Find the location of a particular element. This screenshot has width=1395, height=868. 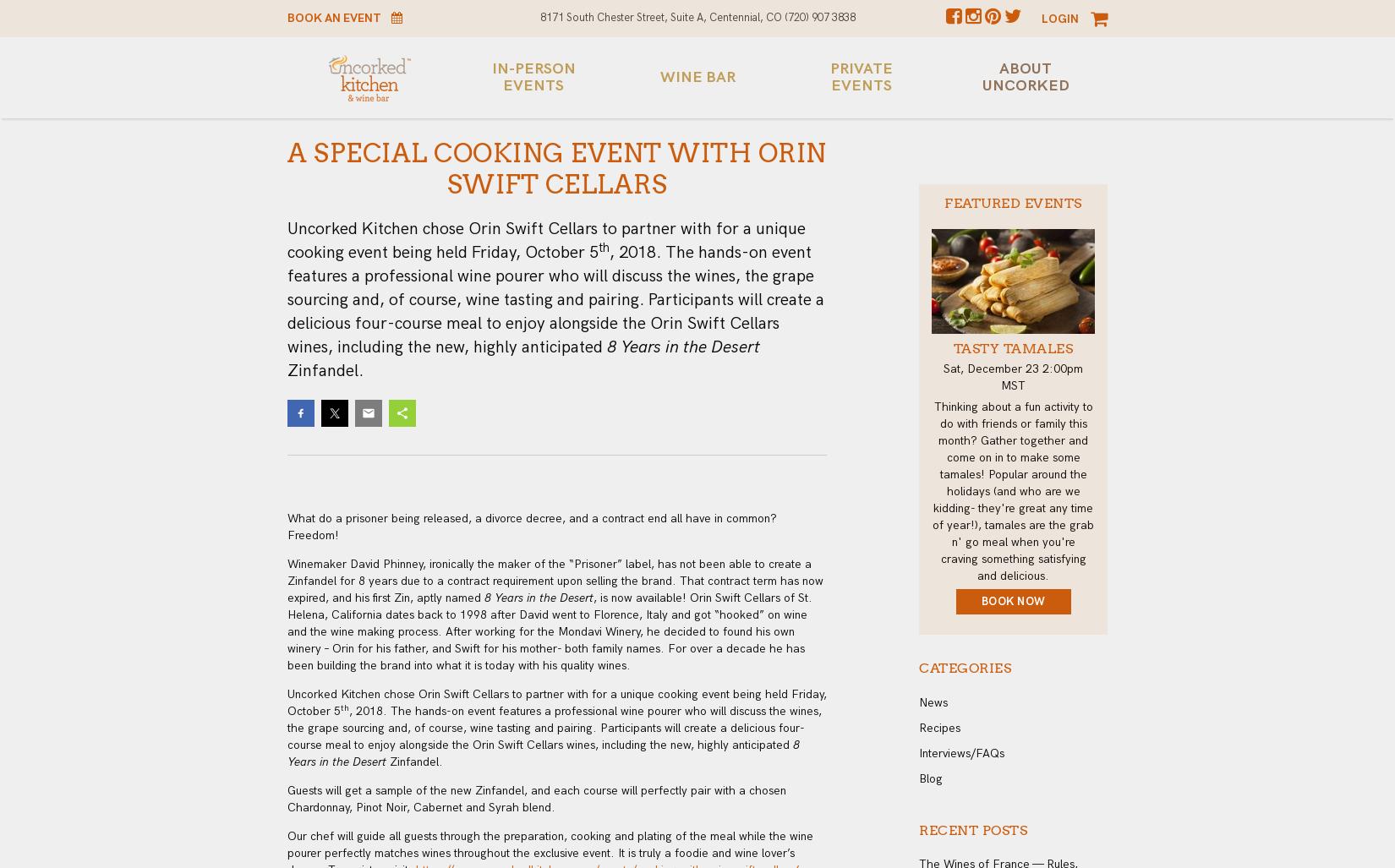

'Interviews/FAQs' is located at coordinates (919, 751).